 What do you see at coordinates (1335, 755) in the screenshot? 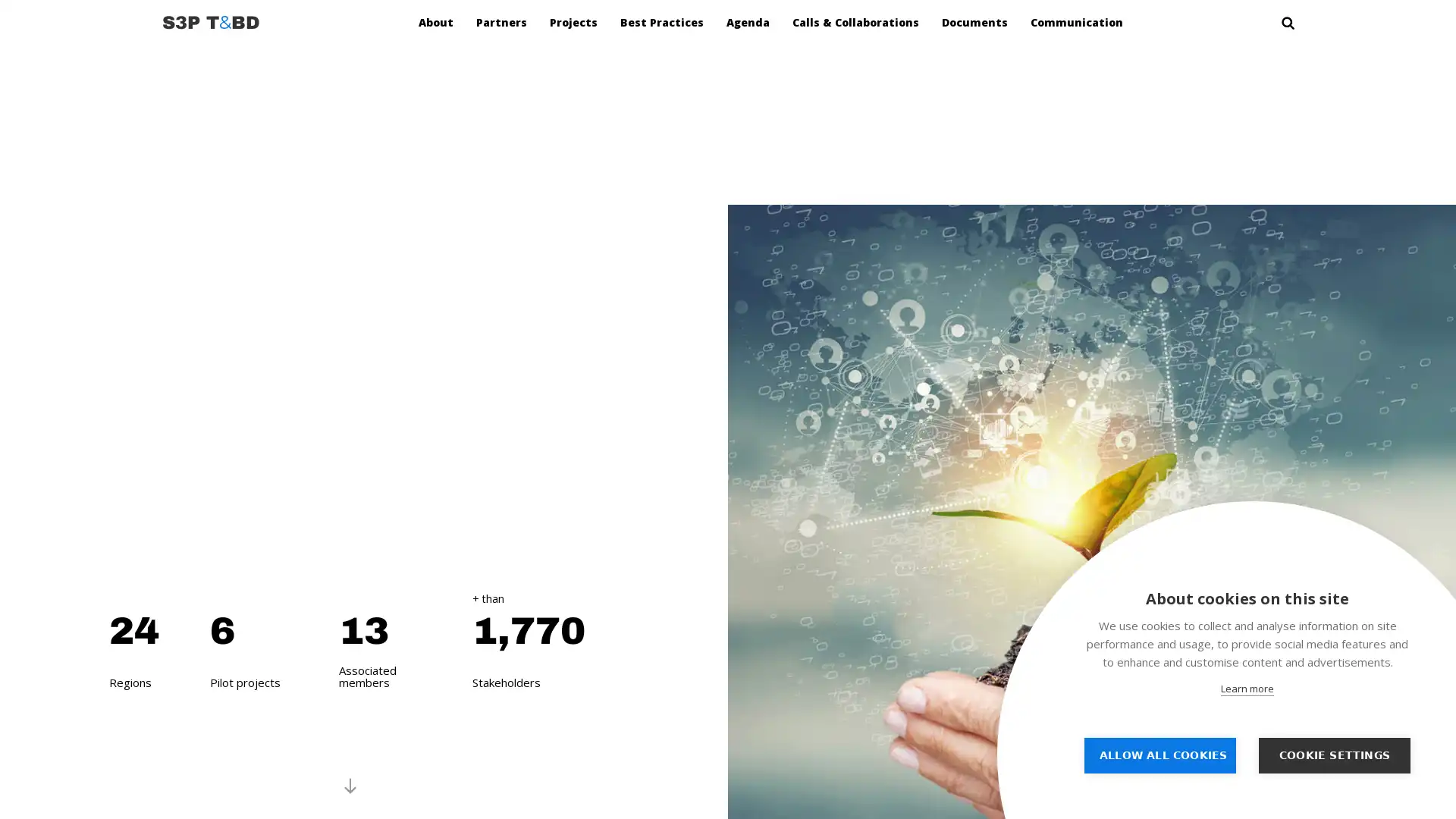
I see `COOKIE SETTINGS` at bounding box center [1335, 755].